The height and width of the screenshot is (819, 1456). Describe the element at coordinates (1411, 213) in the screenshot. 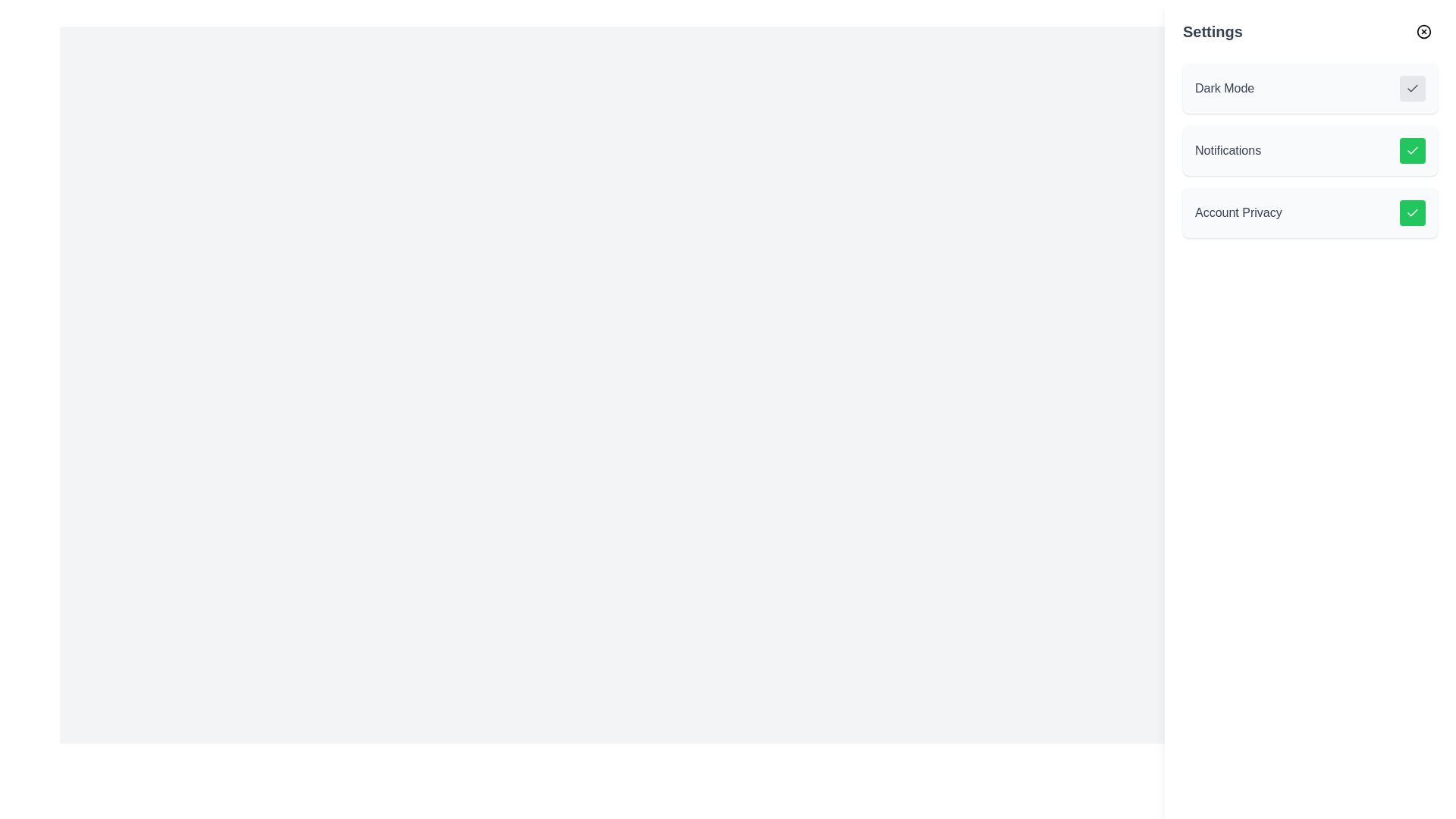

I see `the SVG icon styled as a checkmark located in the 'Account Privacy' row, which has a green background and white stroke, positioned to the right of the text label` at that location.